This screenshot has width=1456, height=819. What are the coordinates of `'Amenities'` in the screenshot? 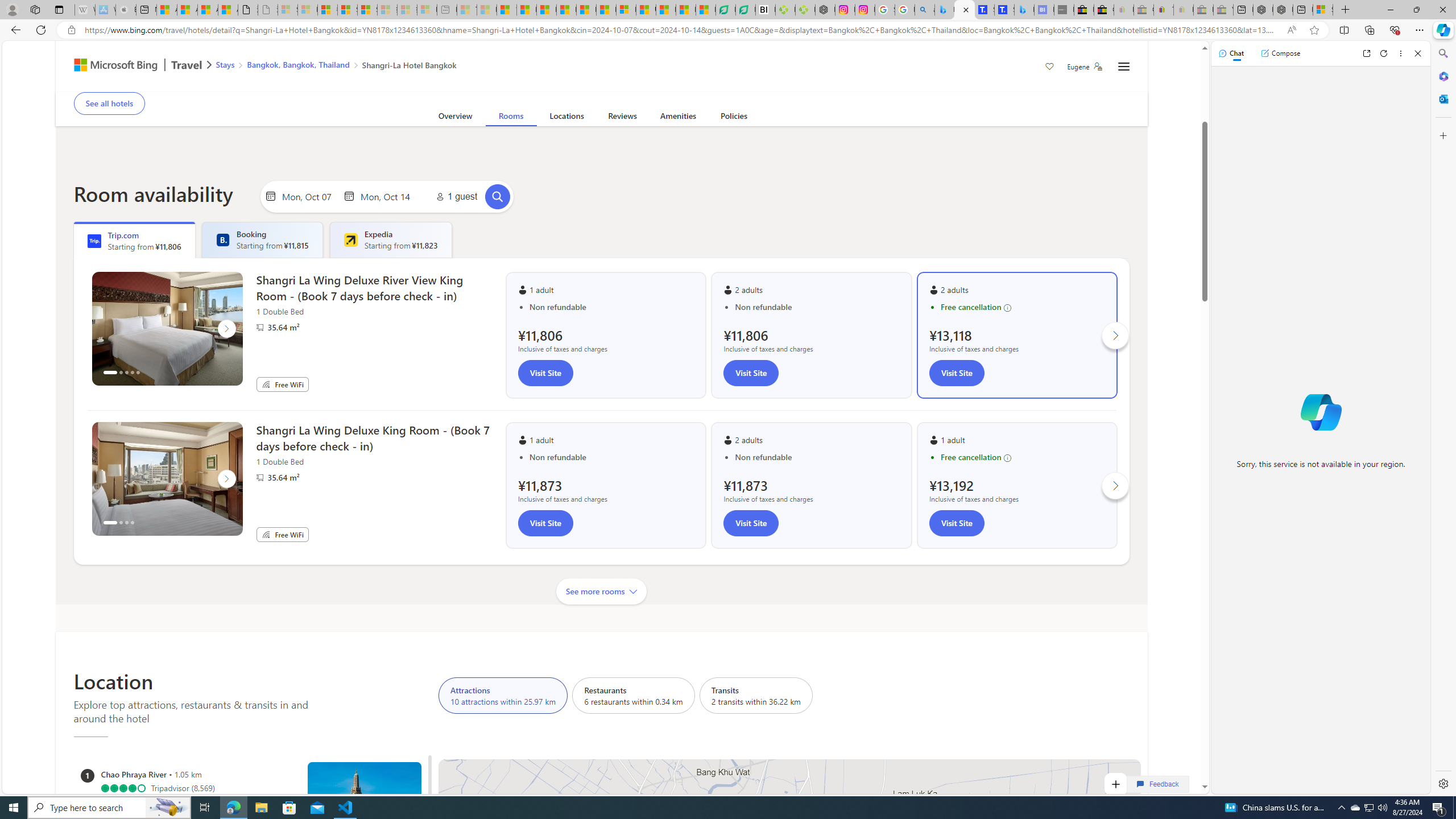 It's located at (677, 118).